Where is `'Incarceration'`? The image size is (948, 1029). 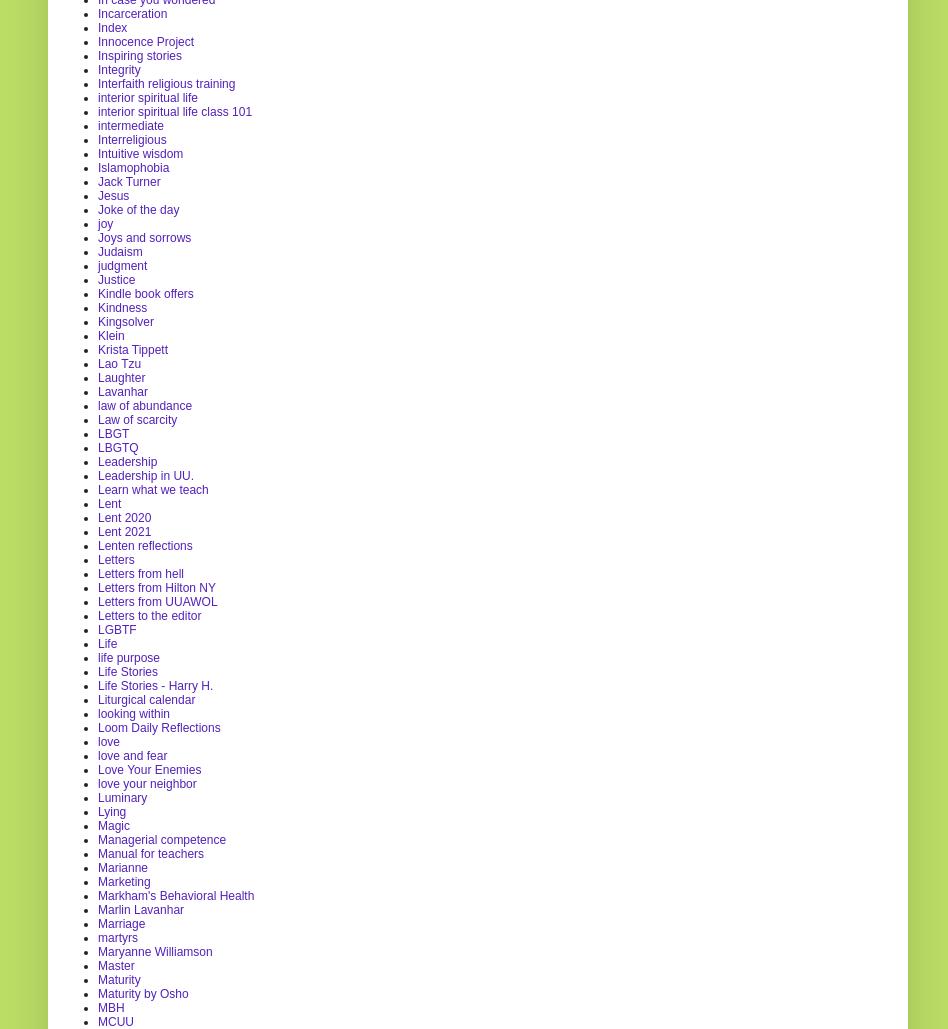 'Incarceration' is located at coordinates (131, 12).